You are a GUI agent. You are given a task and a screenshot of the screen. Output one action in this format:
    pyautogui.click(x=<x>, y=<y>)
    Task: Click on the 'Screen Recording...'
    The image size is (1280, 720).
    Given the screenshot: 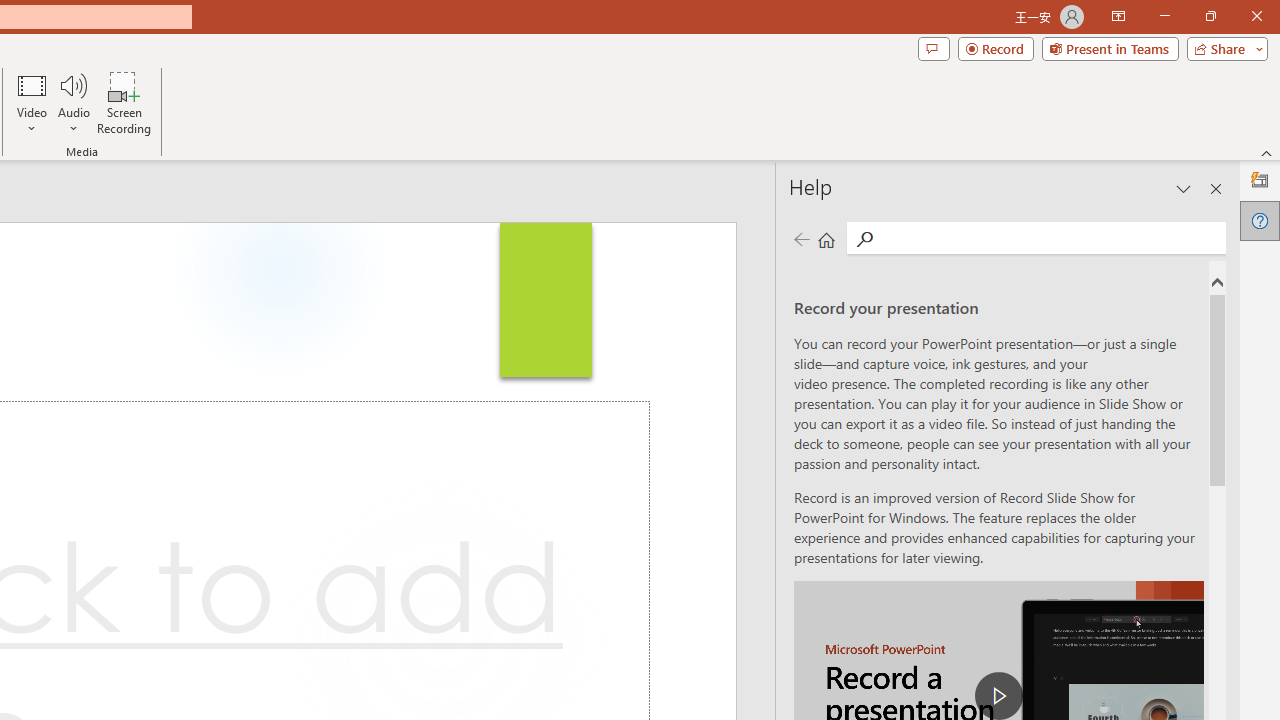 What is the action you would take?
    pyautogui.click(x=123, y=103)
    